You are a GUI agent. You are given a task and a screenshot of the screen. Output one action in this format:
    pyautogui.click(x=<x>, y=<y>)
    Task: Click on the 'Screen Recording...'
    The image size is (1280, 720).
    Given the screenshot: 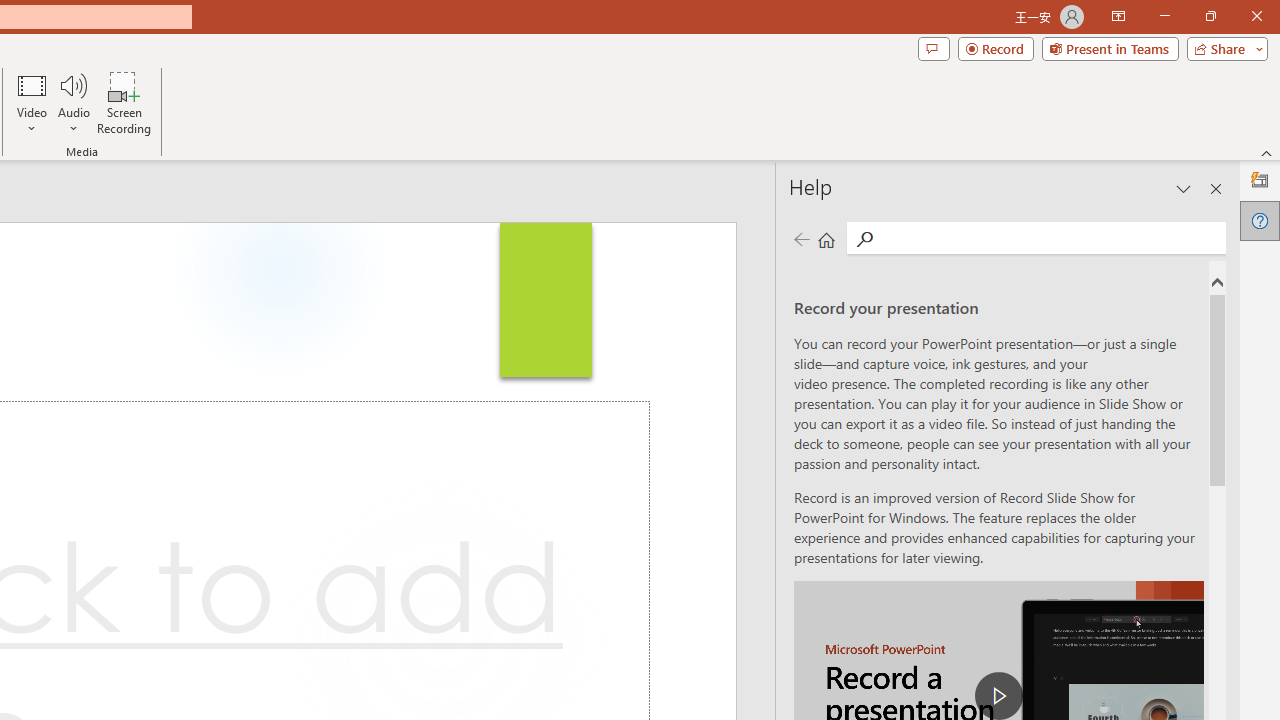 What is the action you would take?
    pyautogui.click(x=123, y=103)
    